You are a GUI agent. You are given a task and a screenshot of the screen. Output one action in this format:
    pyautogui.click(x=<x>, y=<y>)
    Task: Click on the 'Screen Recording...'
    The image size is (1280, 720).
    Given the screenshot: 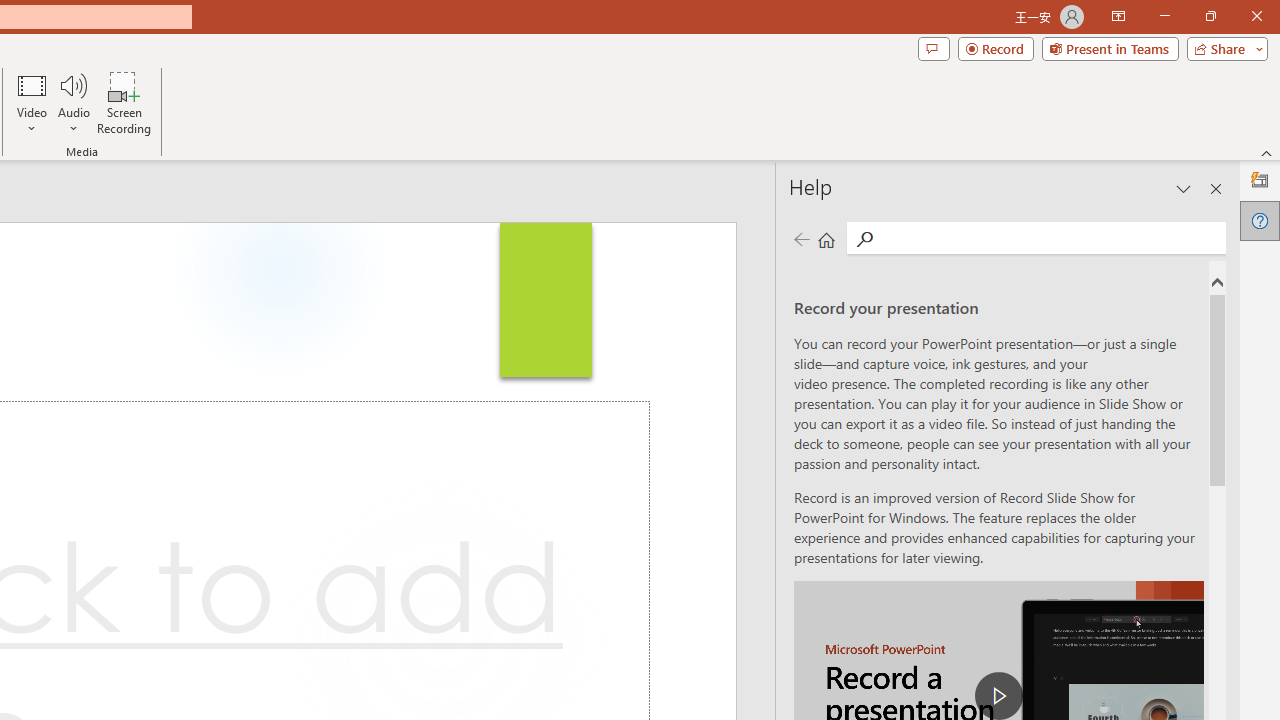 What is the action you would take?
    pyautogui.click(x=123, y=103)
    